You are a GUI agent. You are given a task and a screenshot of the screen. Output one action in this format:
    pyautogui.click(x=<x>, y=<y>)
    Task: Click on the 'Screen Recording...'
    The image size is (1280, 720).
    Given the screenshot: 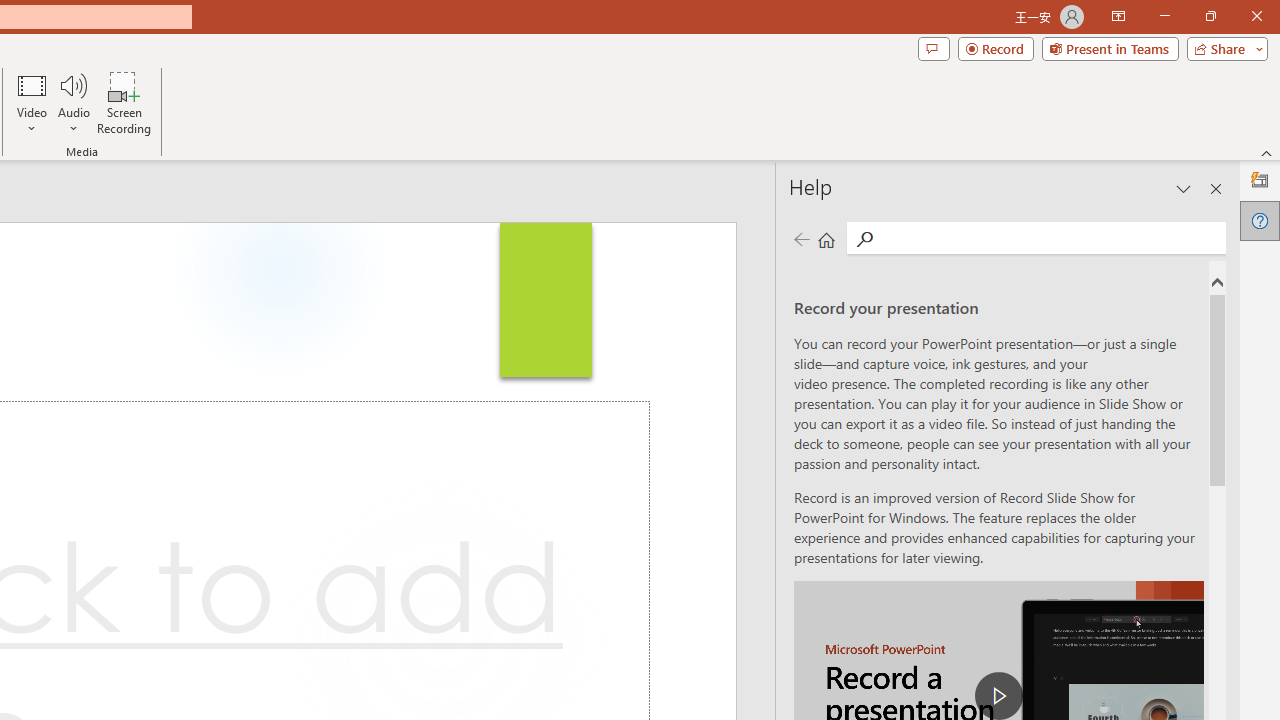 What is the action you would take?
    pyautogui.click(x=123, y=103)
    